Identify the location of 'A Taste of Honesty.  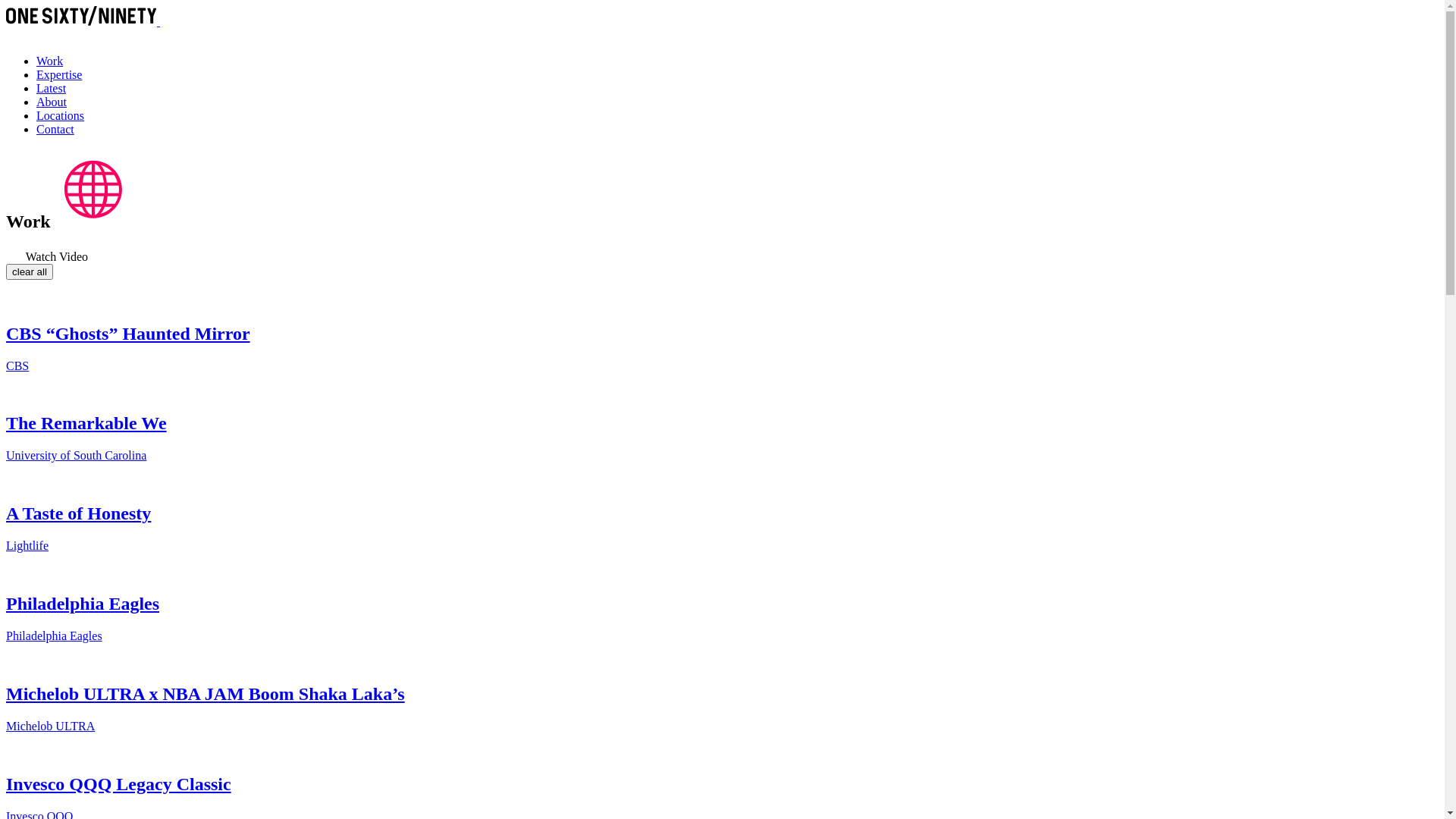
(6, 513).